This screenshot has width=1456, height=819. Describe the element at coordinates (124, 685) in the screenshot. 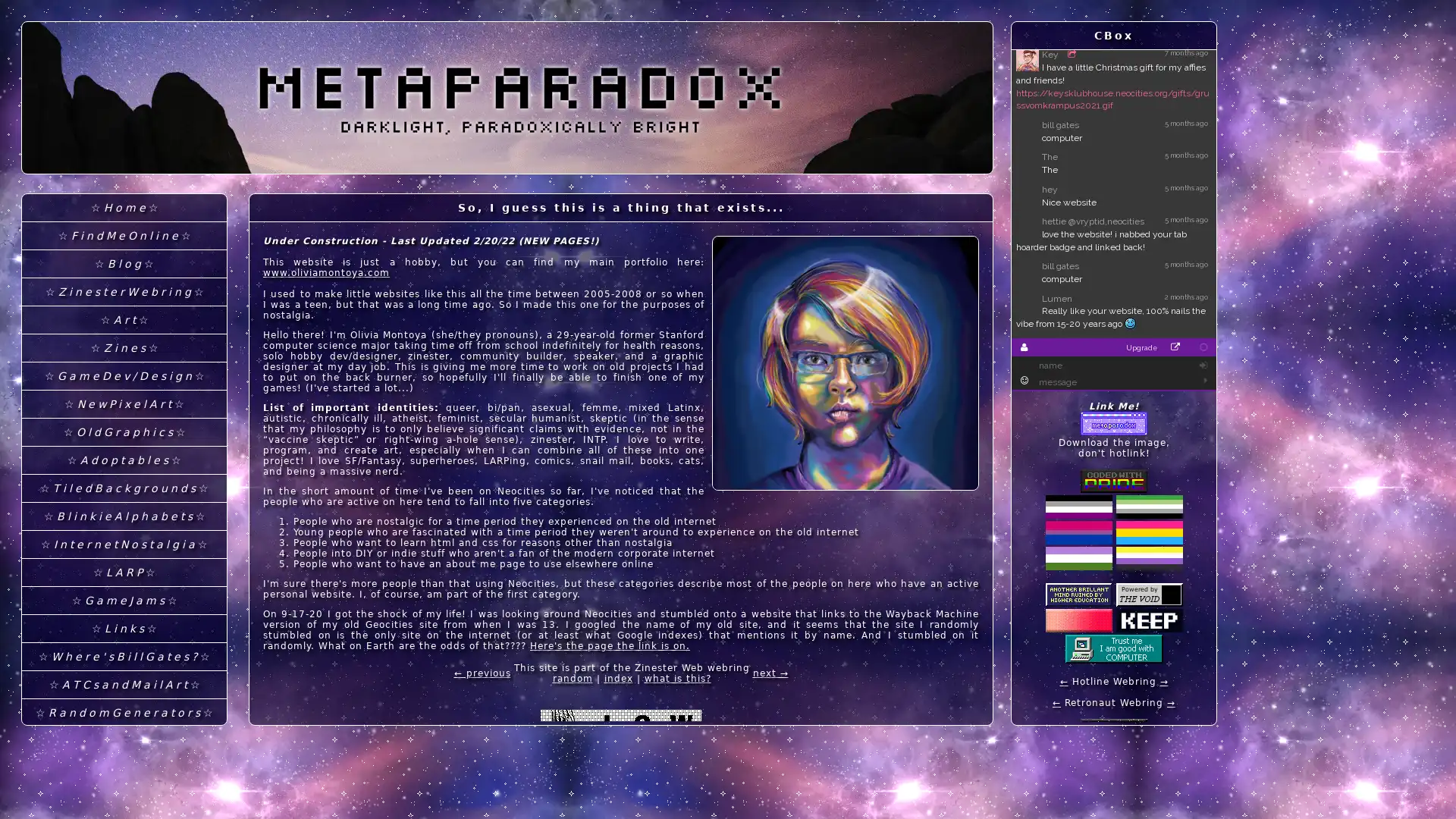

I see `A T C s a n d M a i l A r t` at that location.